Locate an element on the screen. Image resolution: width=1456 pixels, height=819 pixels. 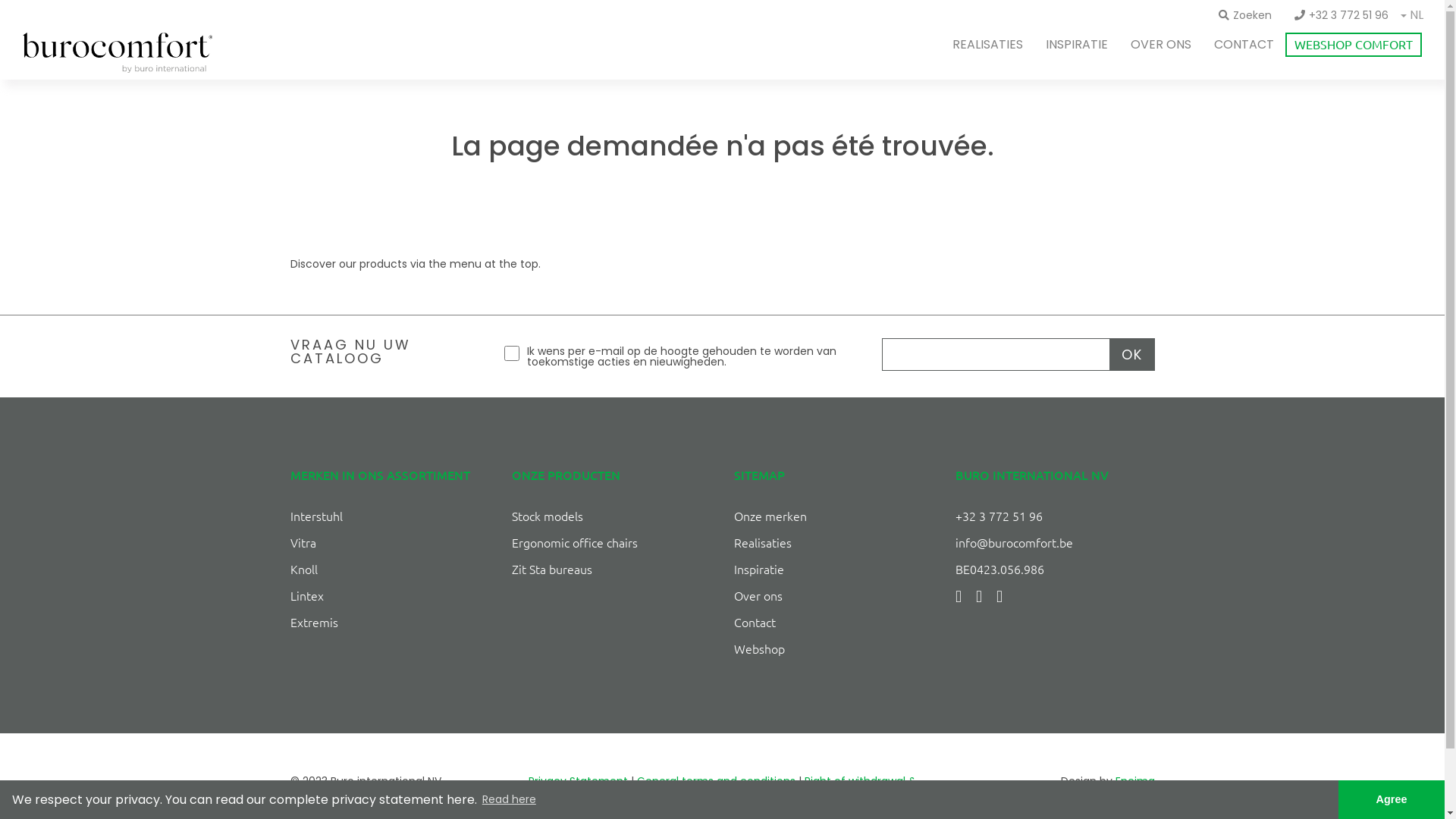
'Zit Sta bureaus' is located at coordinates (551, 568).